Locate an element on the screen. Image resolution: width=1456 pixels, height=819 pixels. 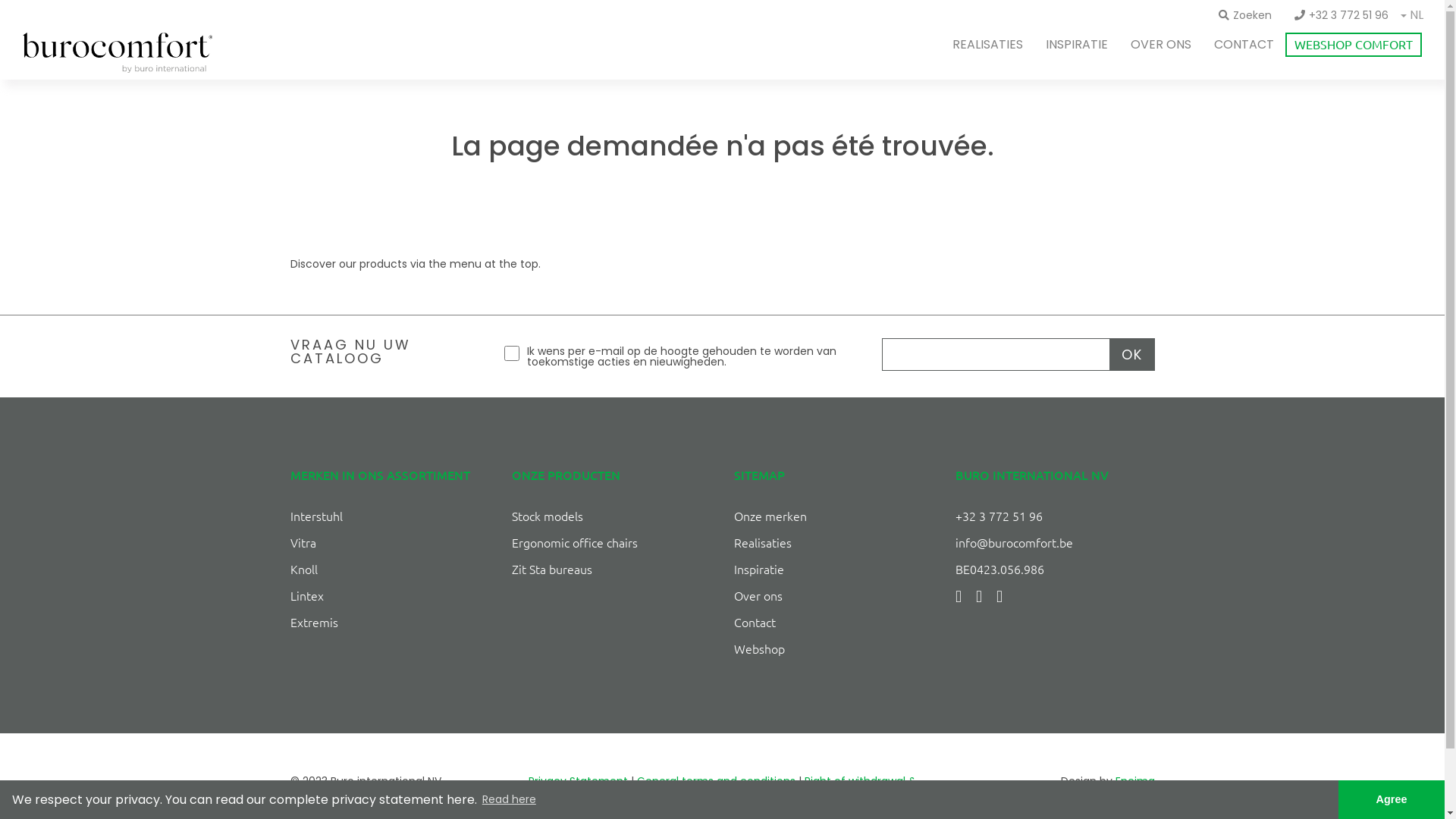
'Zit Sta bureaus' is located at coordinates (551, 568).